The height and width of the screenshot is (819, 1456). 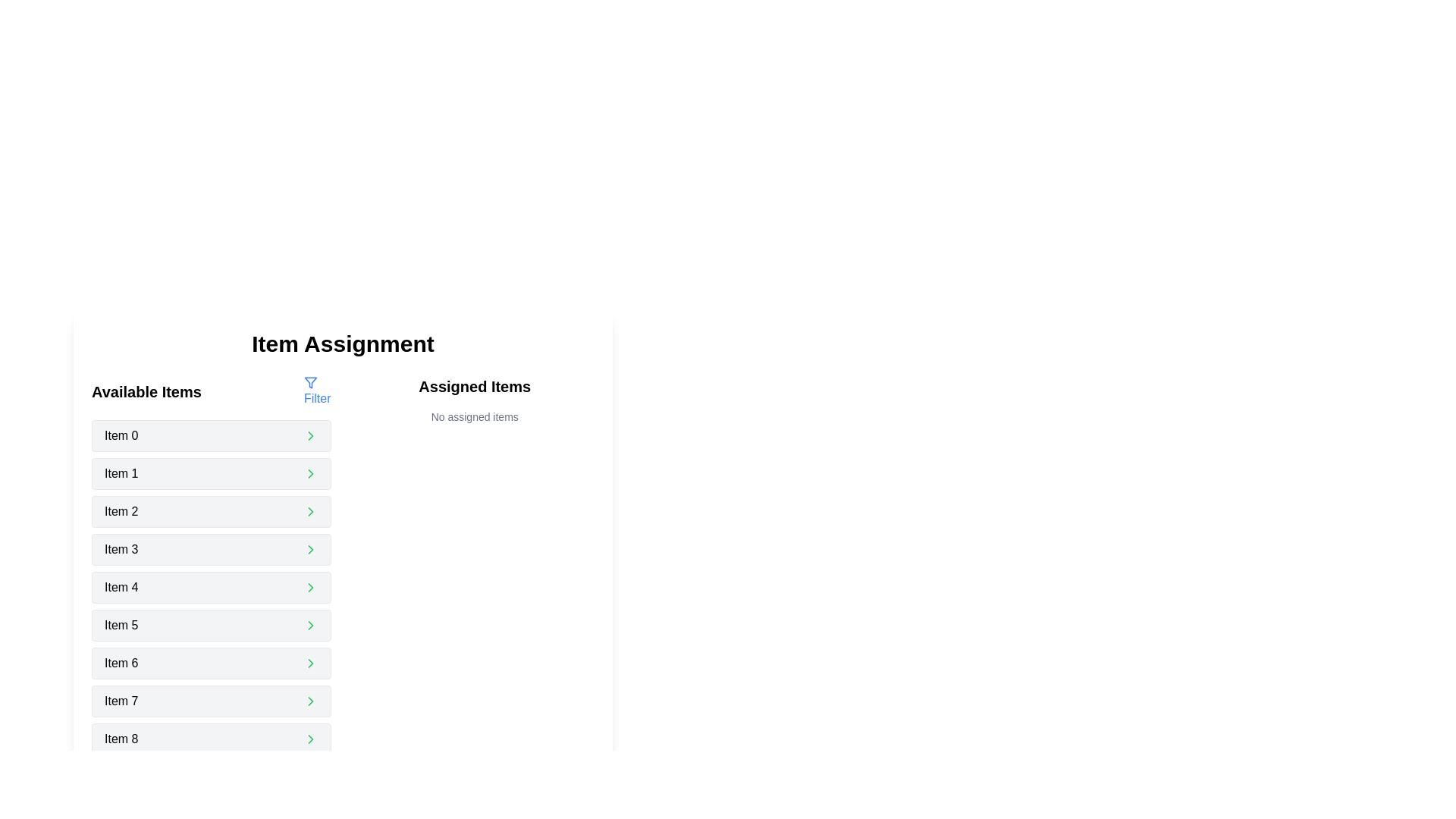 I want to click on the right-aligned arrow icon in the 'Item 7' row, so click(x=309, y=701).